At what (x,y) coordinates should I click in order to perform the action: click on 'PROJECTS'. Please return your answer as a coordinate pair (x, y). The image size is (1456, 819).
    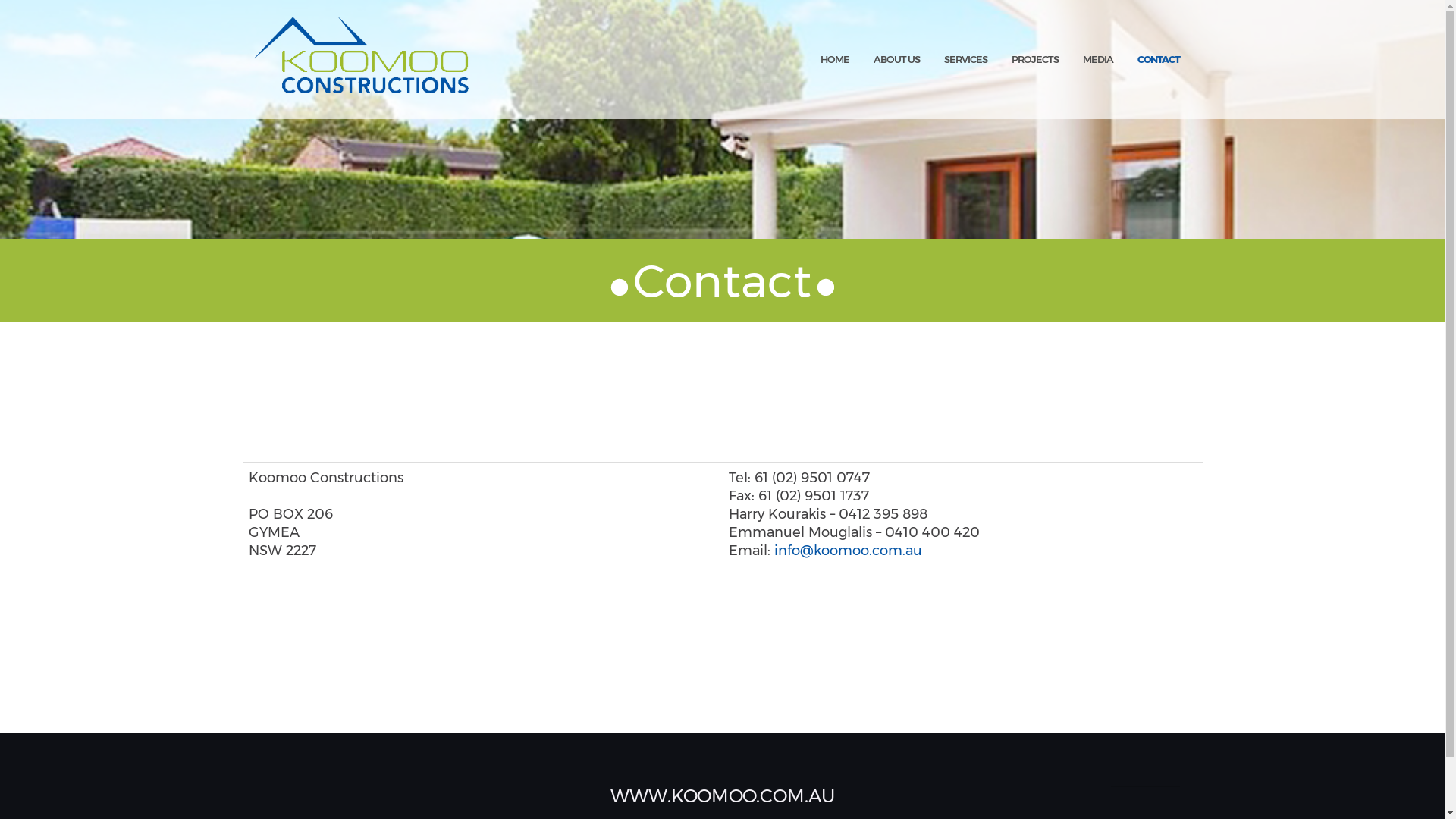
    Looking at the image, I should click on (1034, 59).